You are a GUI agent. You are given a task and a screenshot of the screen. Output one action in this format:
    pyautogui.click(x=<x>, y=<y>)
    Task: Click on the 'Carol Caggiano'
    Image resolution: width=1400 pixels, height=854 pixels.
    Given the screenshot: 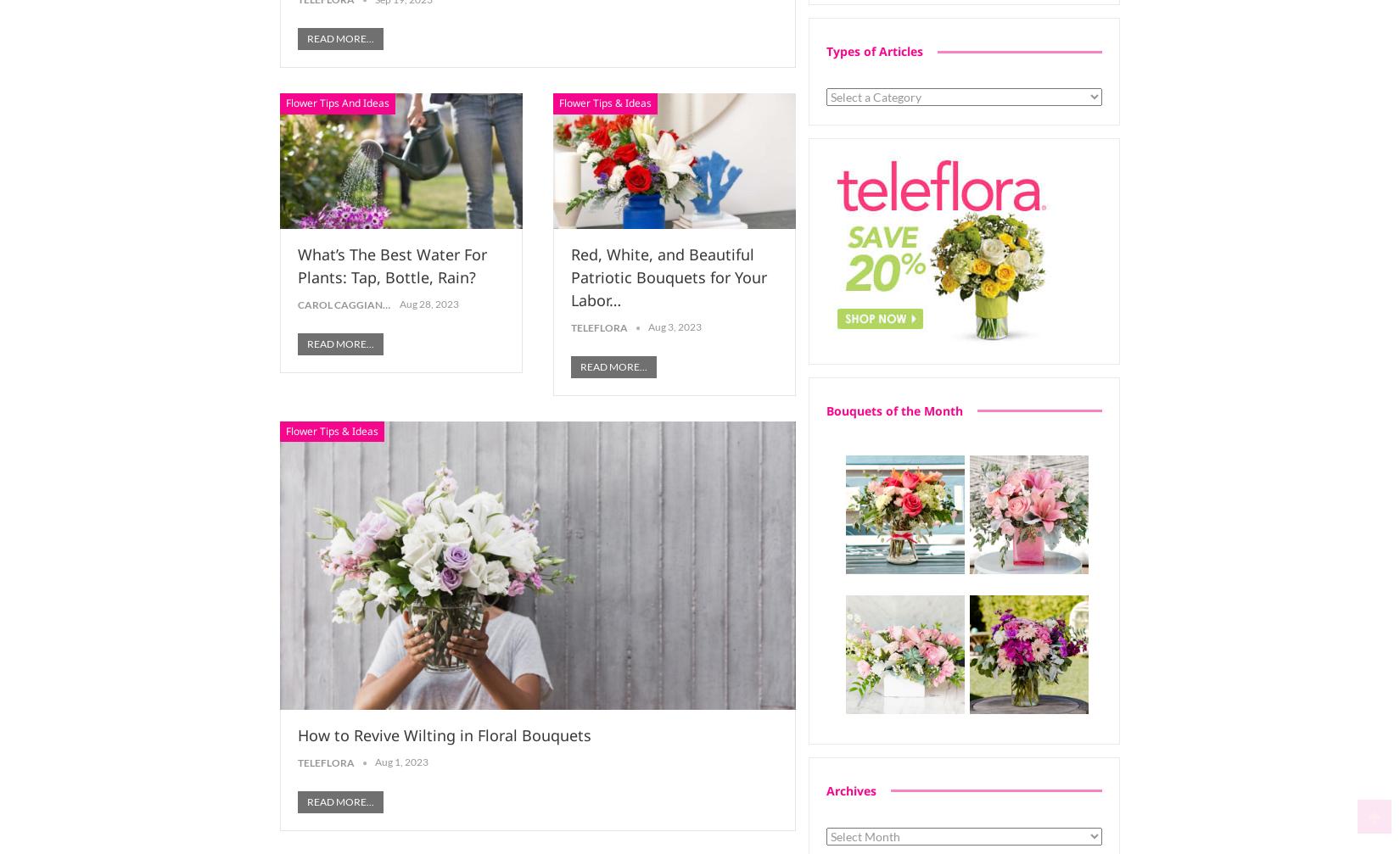 What is the action you would take?
    pyautogui.click(x=345, y=304)
    